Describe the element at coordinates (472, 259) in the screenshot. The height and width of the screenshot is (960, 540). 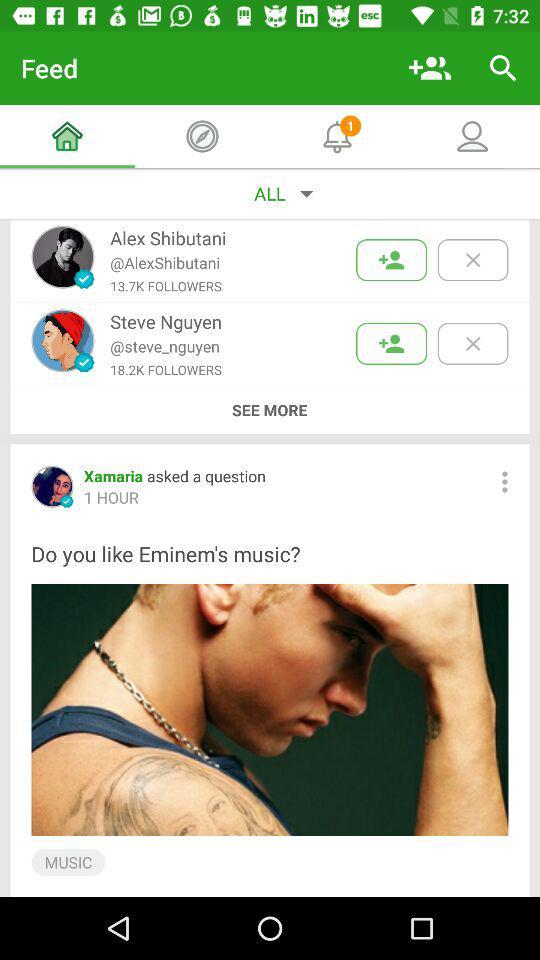
I see `cancel action` at that location.